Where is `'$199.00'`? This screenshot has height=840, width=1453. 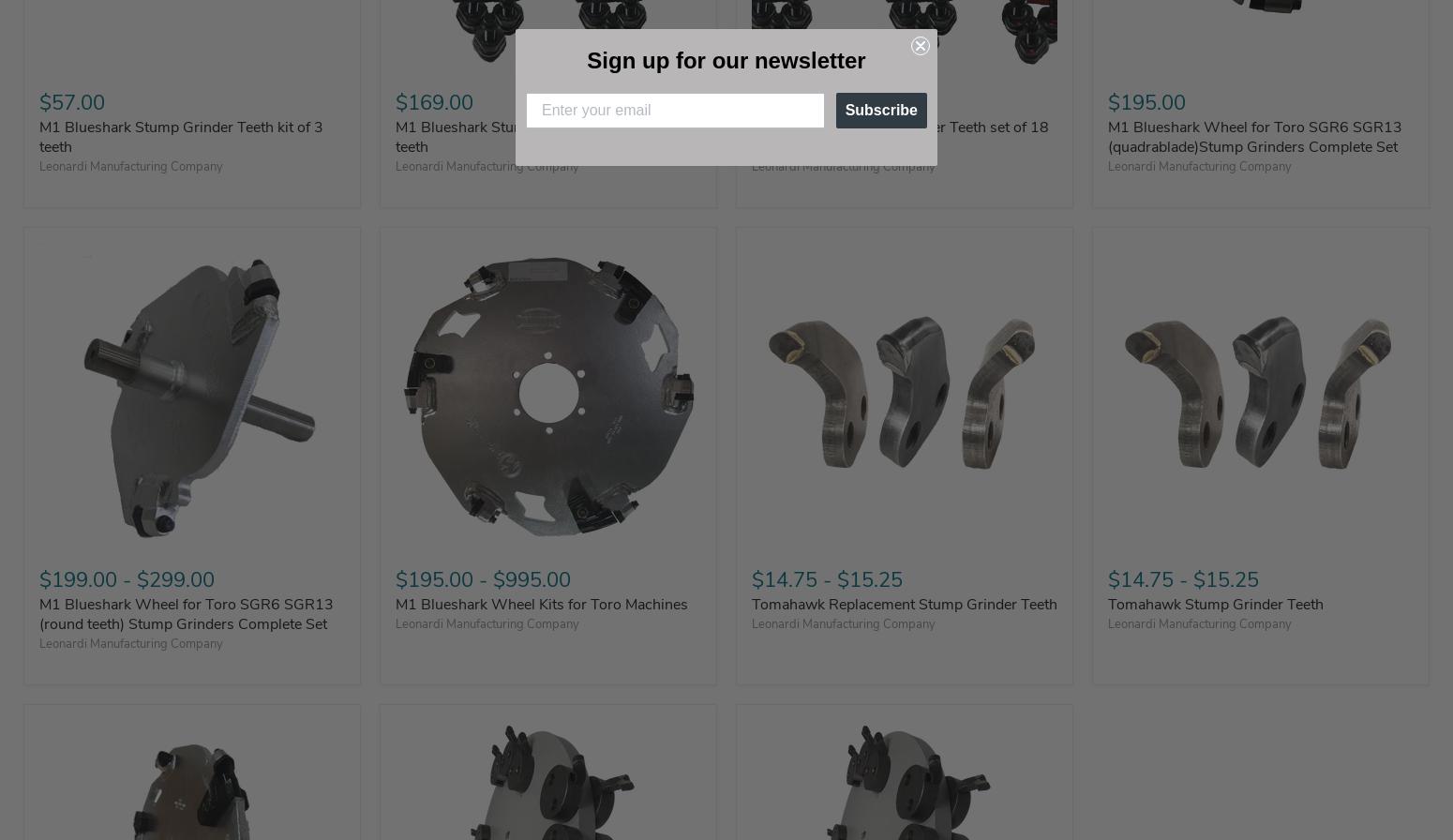
'$199.00' is located at coordinates (78, 578).